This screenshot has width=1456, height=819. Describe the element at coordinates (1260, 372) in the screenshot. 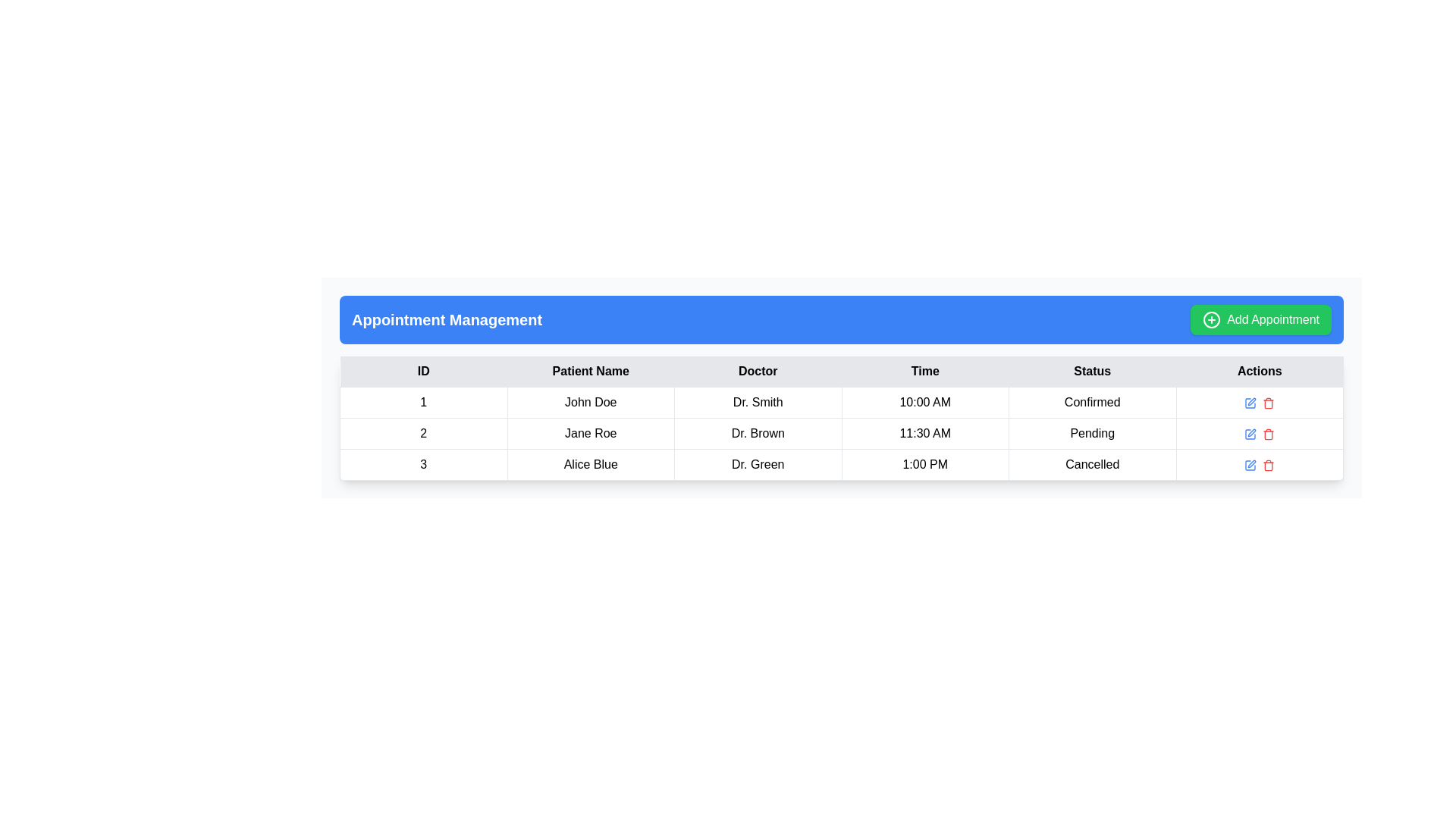

I see `the 'Actions' column header in the data table, which is the last column header positioned to the far right following the 'Status' column` at that location.